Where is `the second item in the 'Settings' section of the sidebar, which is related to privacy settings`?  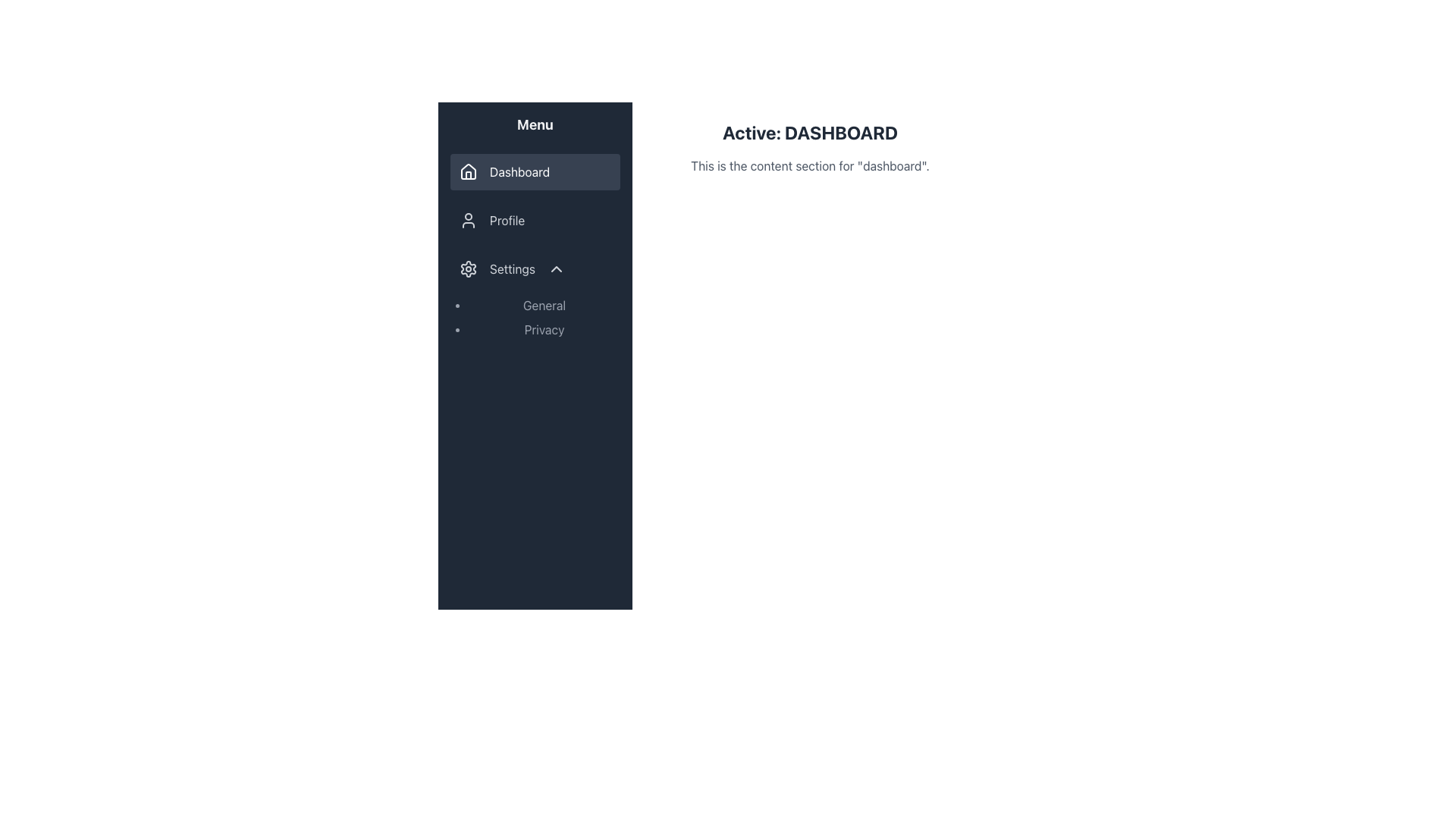 the second item in the 'Settings' section of the sidebar, which is related to privacy settings is located at coordinates (544, 329).